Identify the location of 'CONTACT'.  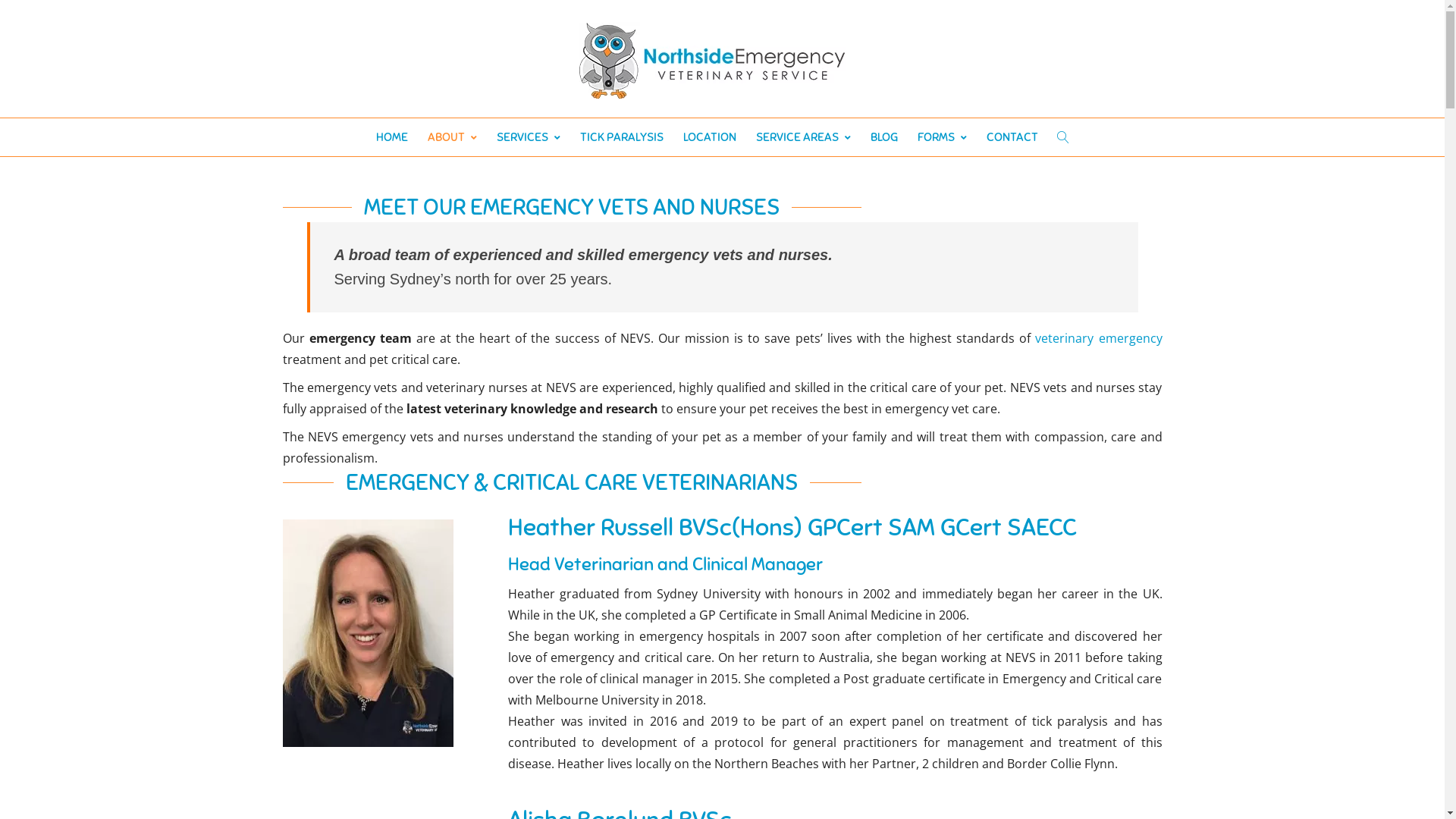
(1012, 137).